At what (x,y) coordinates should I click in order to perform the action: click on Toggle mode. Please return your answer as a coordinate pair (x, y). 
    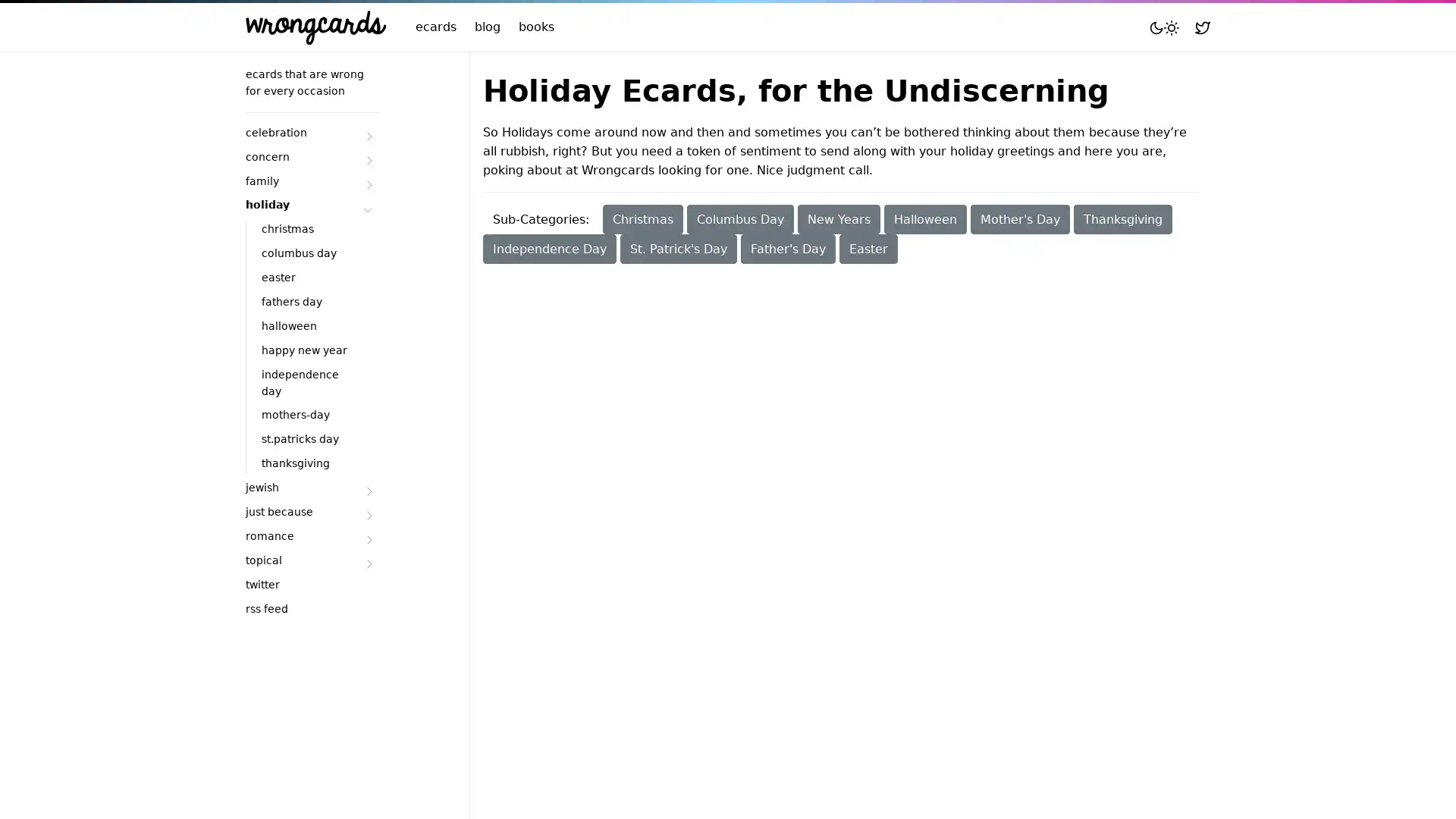
    Looking at the image, I should click on (1163, 27).